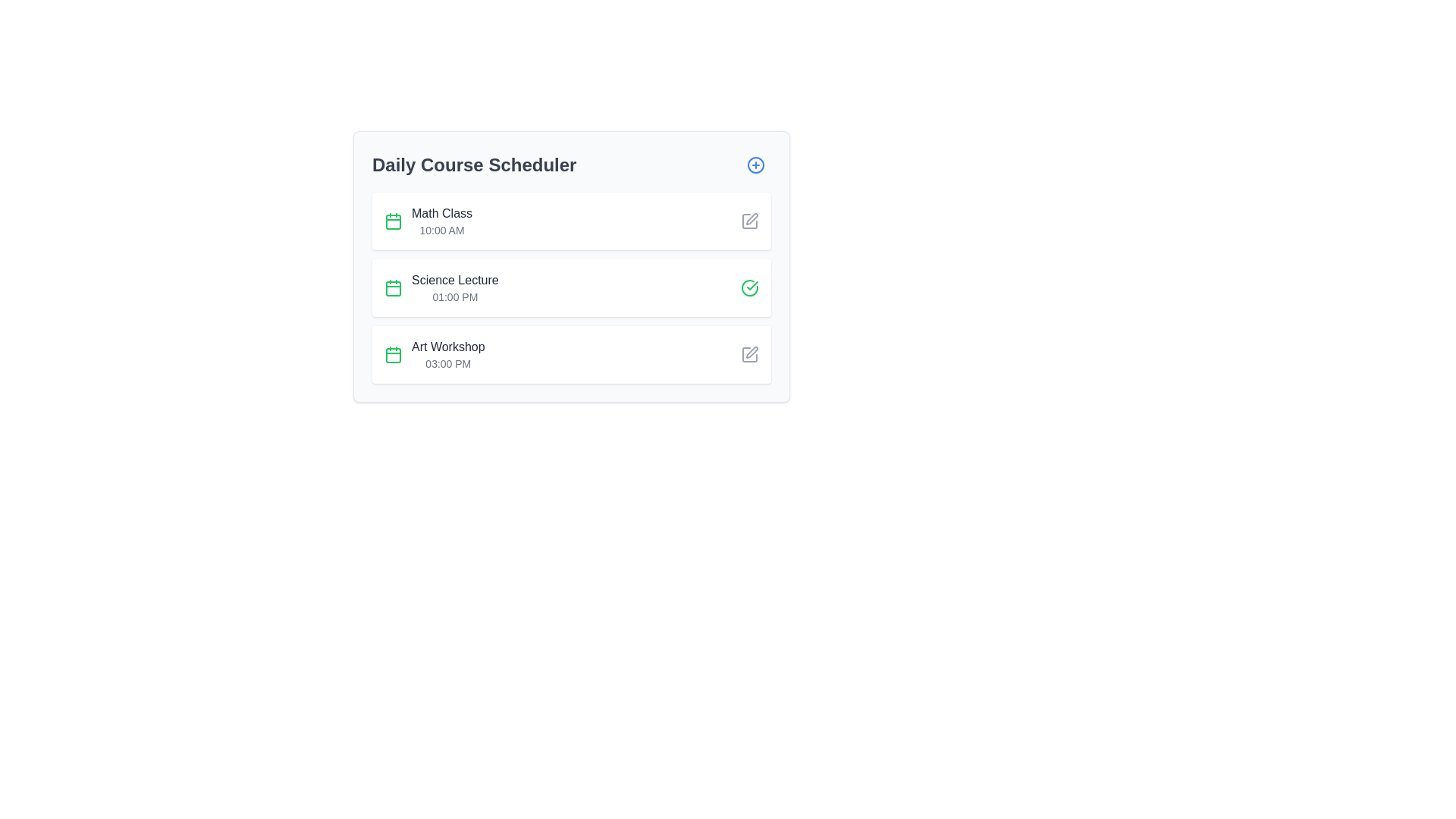 Image resolution: width=1456 pixels, height=819 pixels. I want to click on the pen icon located on the far-right side of the Art Workshop entry, so click(751, 219).